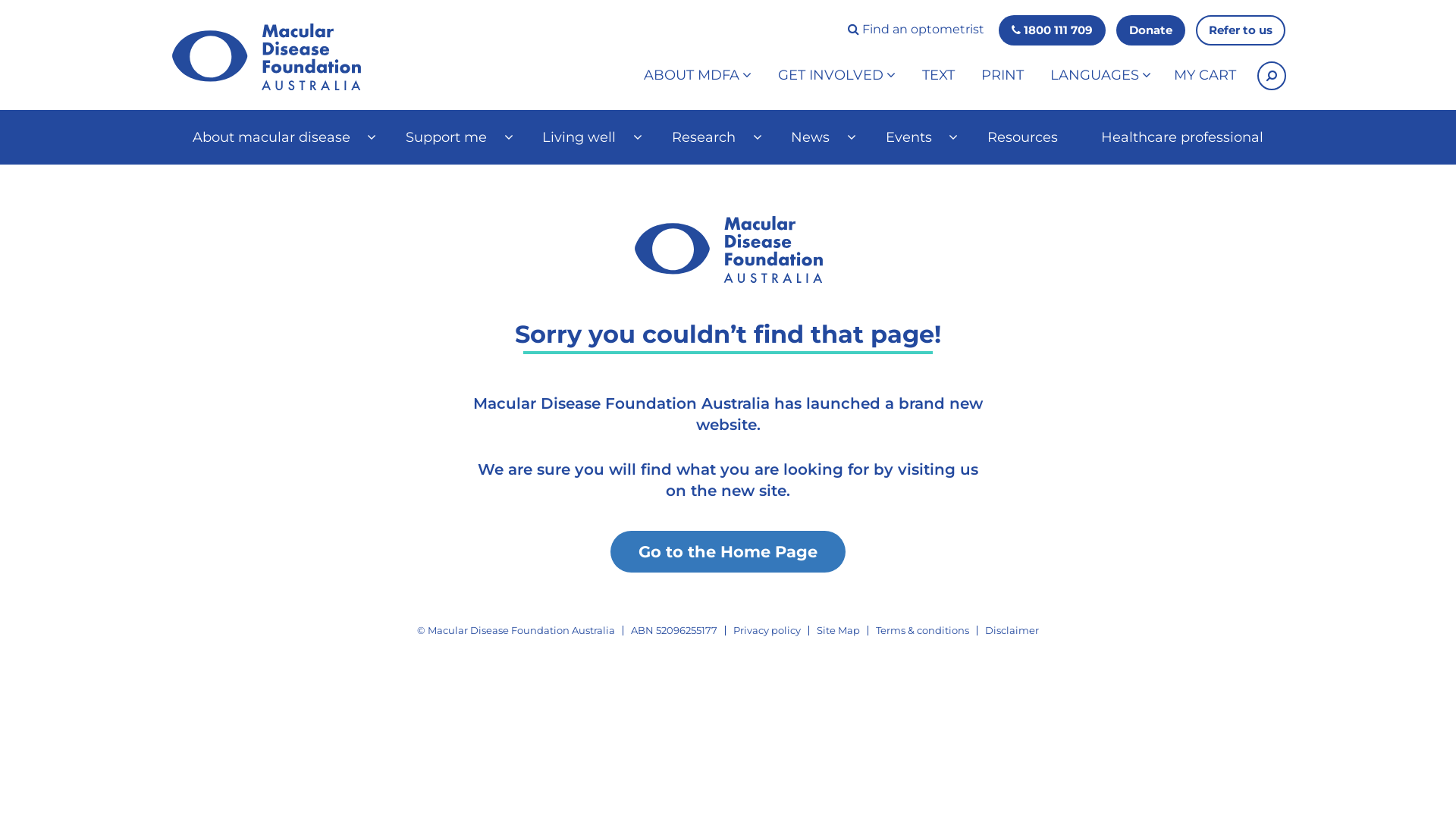 The height and width of the screenshot is (819, 1456). I want to click on 'Resources', so click(1022, 137).